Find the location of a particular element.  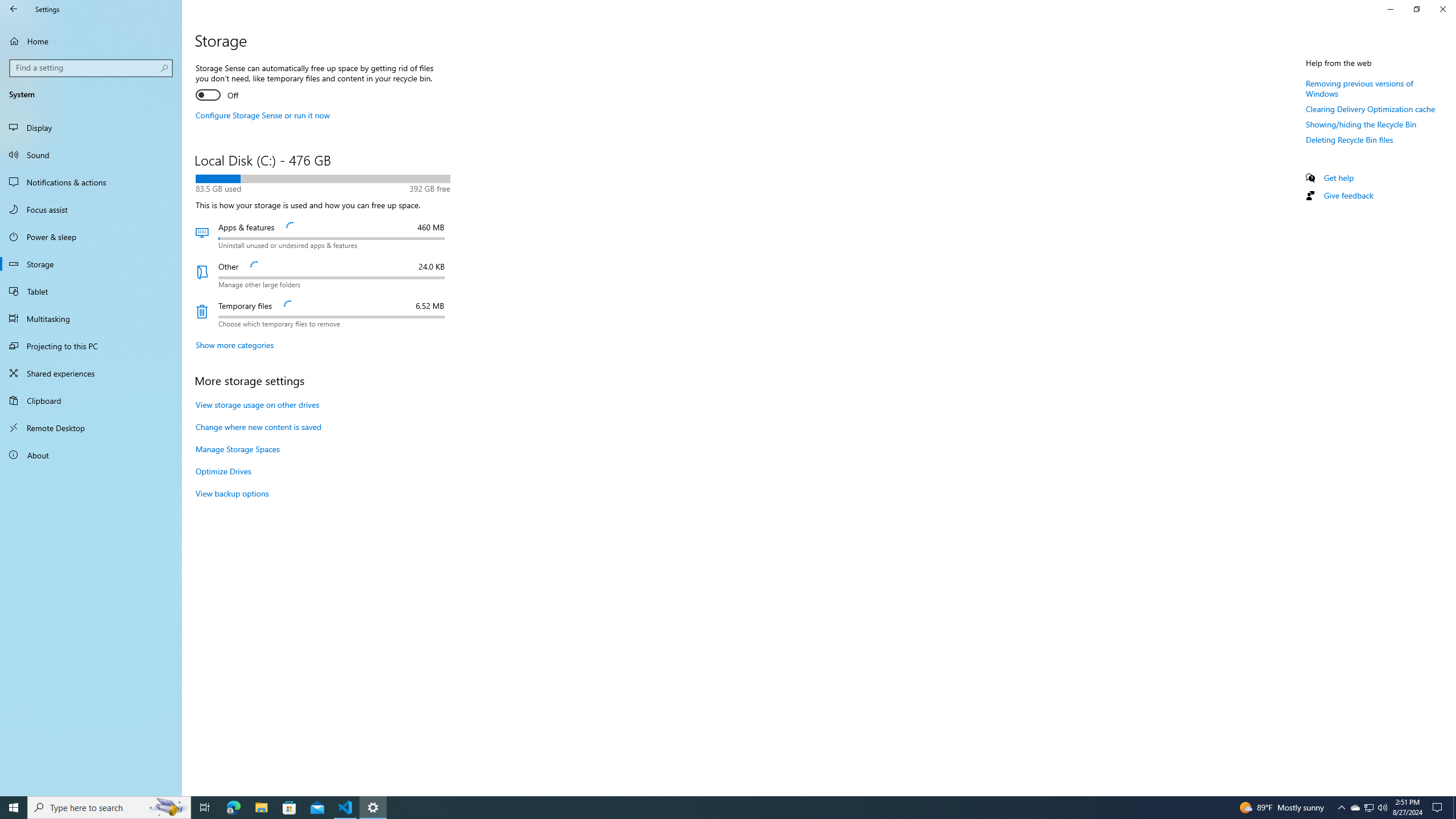

'Other' is located at coordinates (322, 274).